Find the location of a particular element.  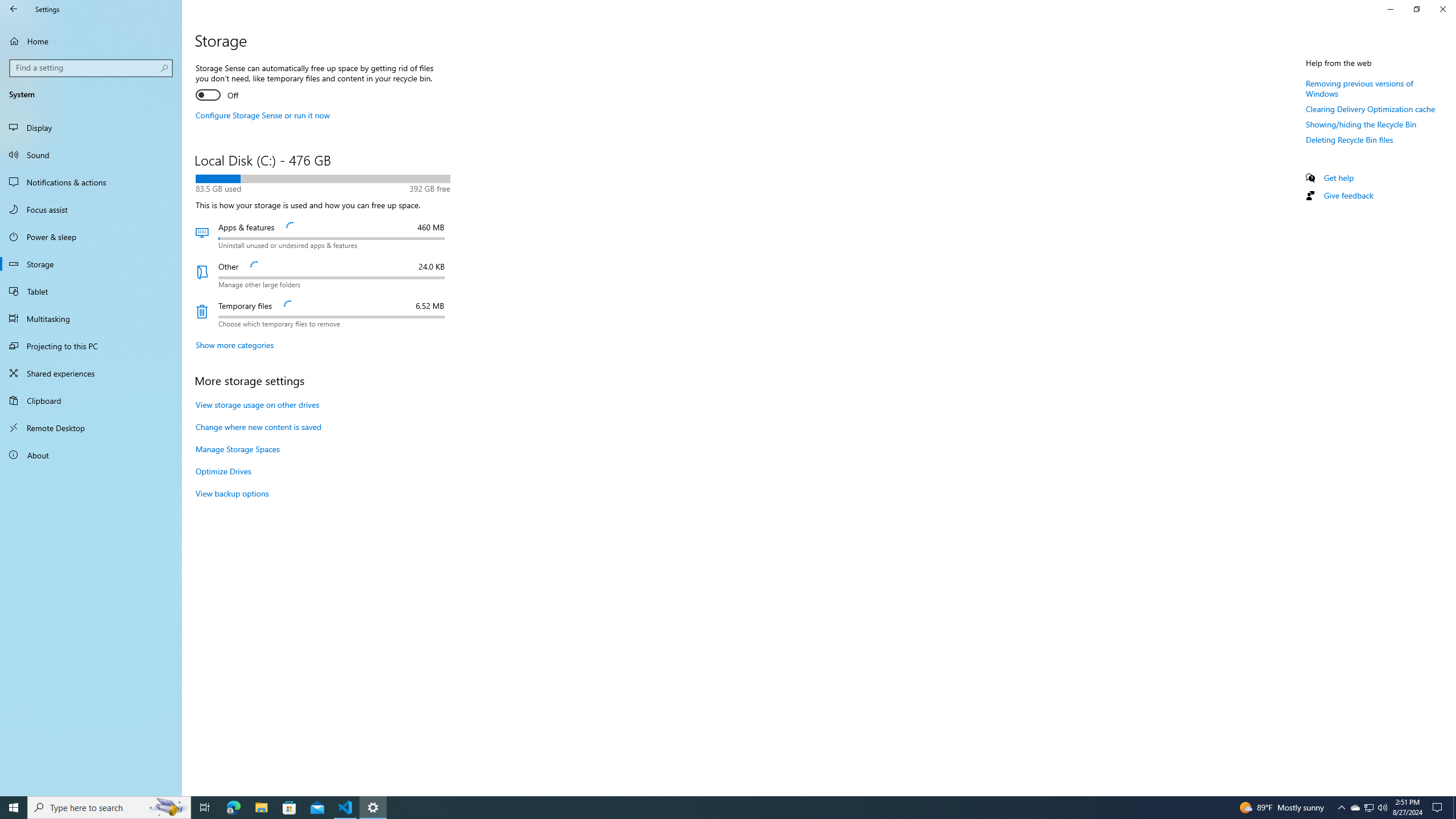

'Other' is located at coordinates (322, 274).